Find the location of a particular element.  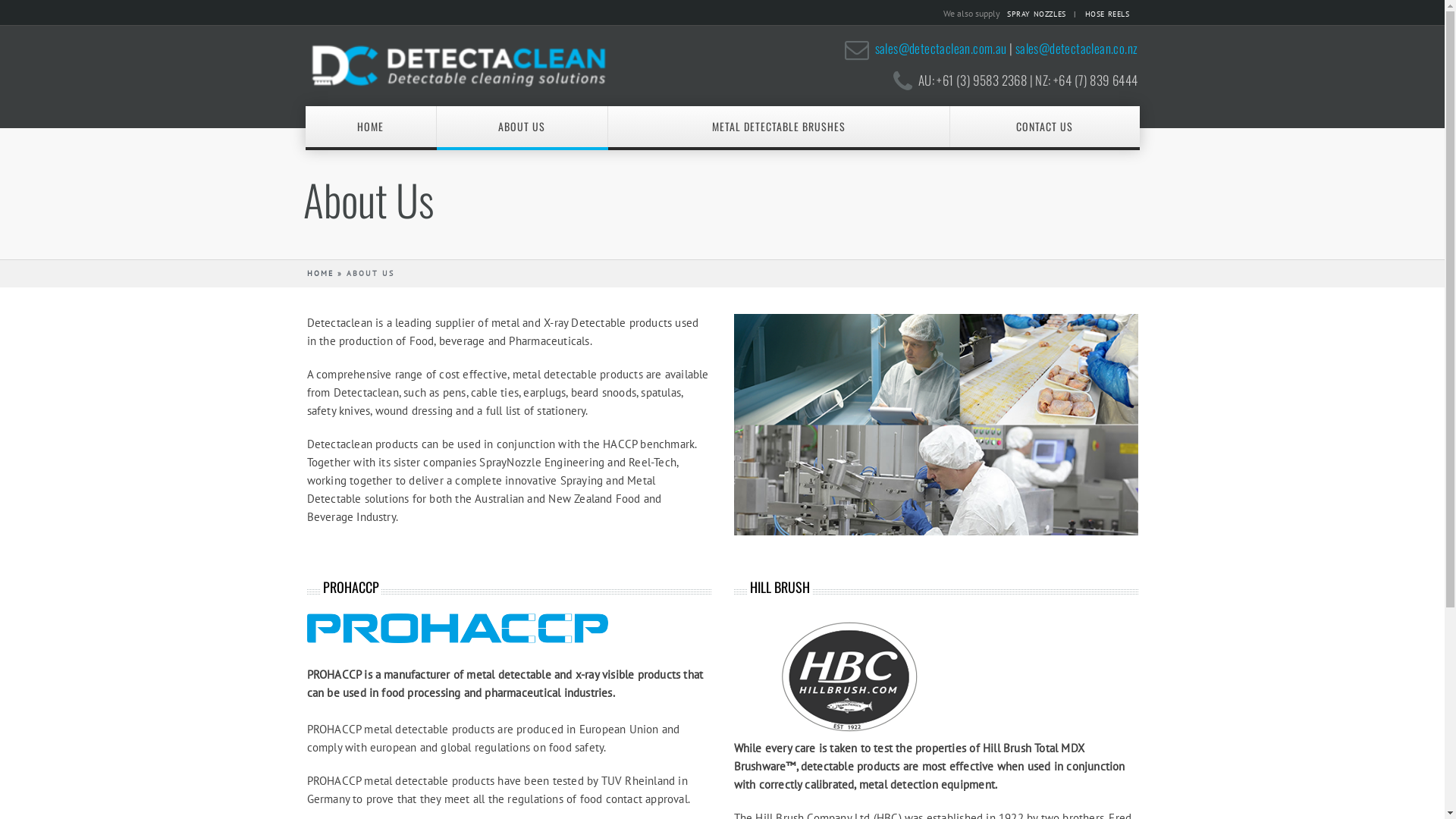

'HOSE REELS' is located at coordinates (1110, 14).